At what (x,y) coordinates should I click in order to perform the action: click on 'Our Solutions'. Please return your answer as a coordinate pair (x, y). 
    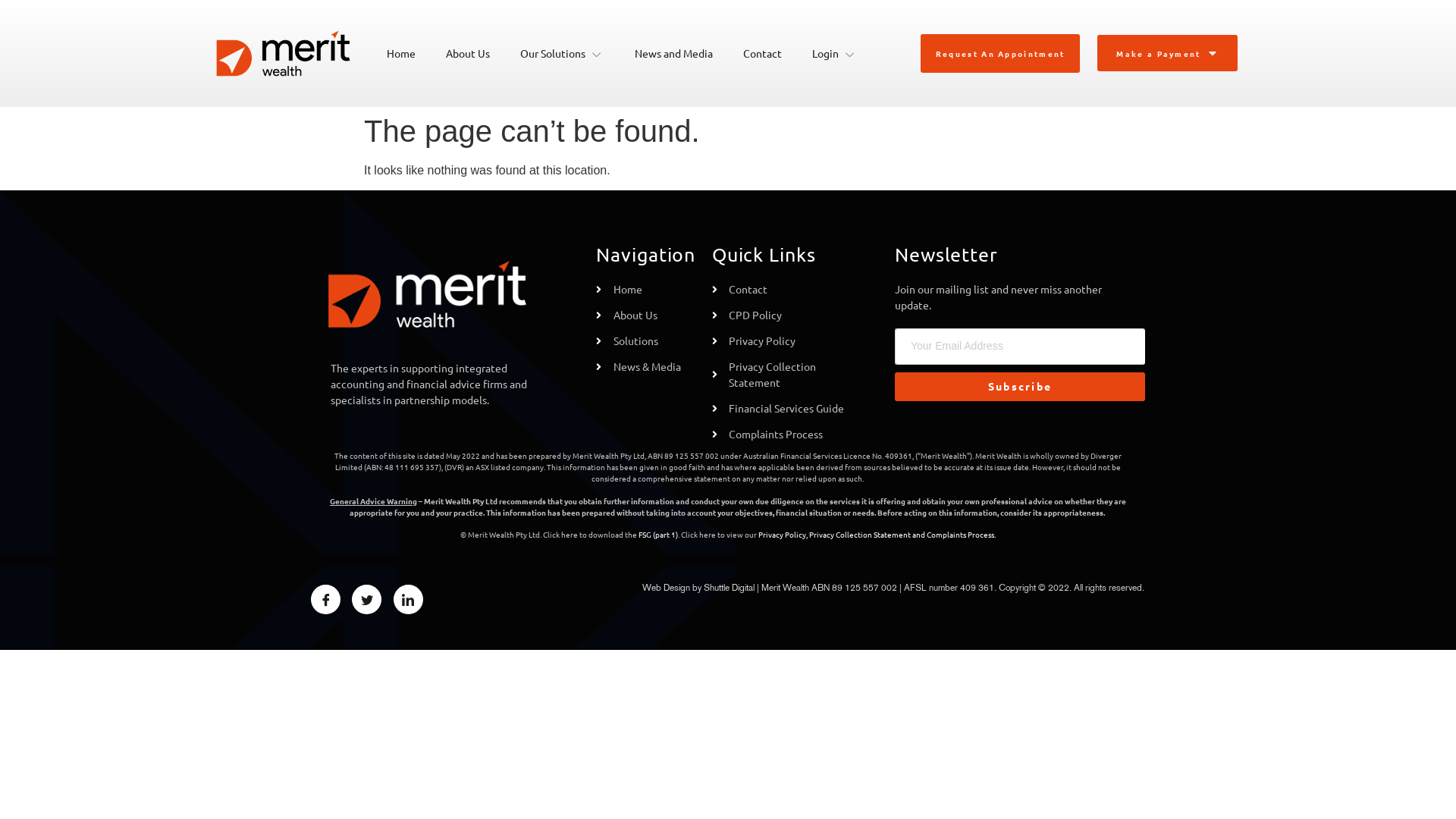
    Looking at the image, I should click on (505, 52).